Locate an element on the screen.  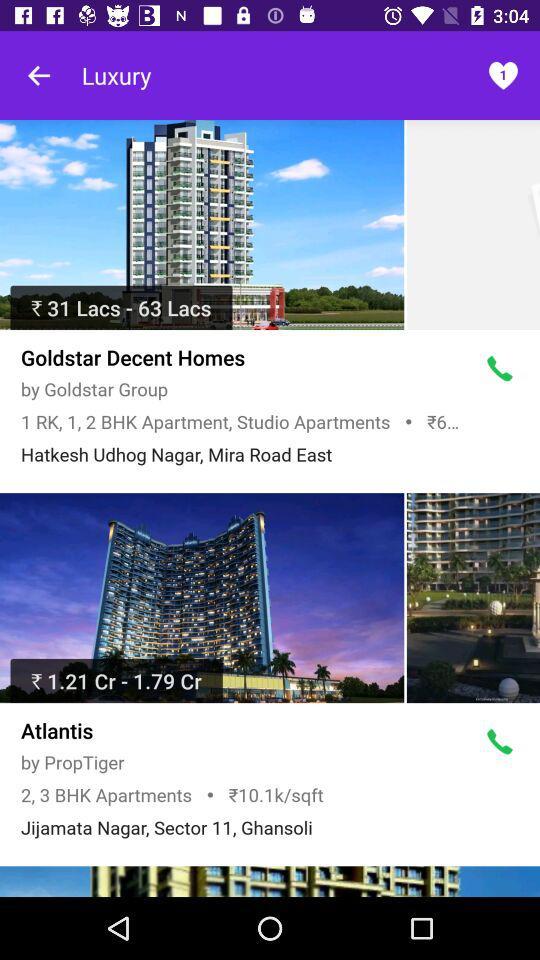
choose image is located at coordinates (270, 880).